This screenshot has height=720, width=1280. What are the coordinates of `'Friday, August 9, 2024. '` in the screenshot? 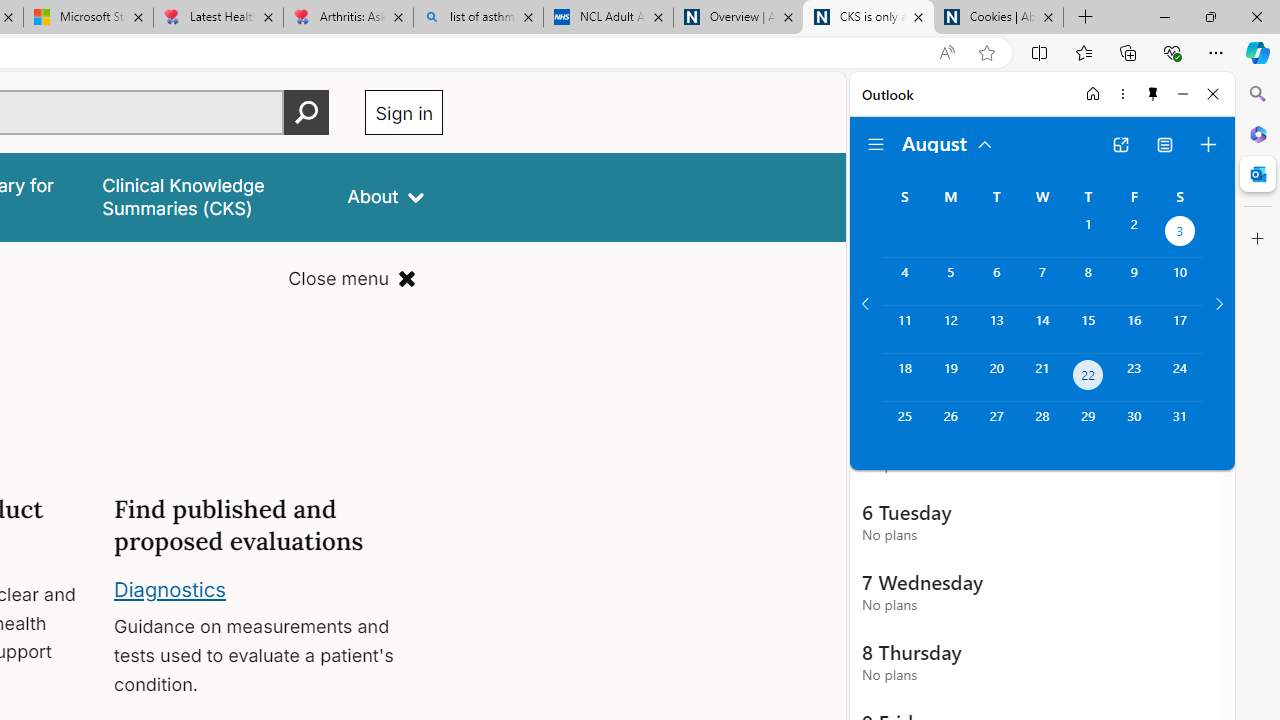 It's located at (1134, 281).